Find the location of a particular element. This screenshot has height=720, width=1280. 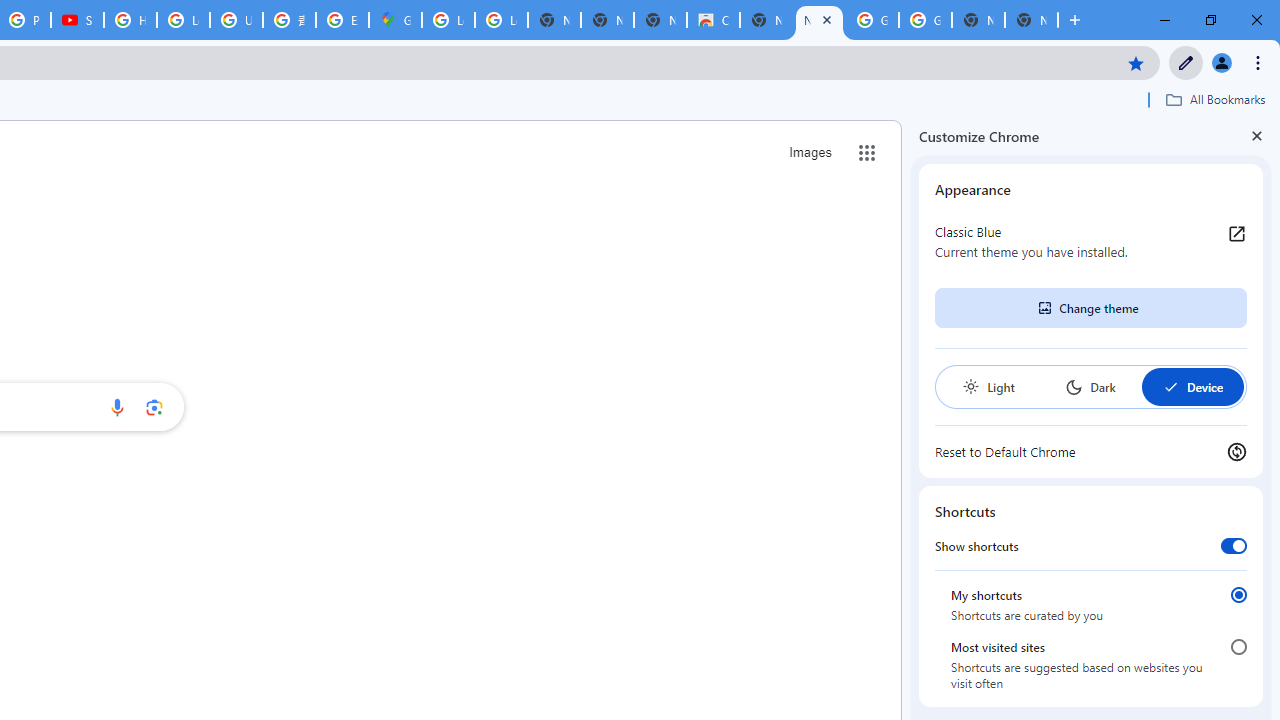

'Change theme' is located at coordinates (1089, 308).